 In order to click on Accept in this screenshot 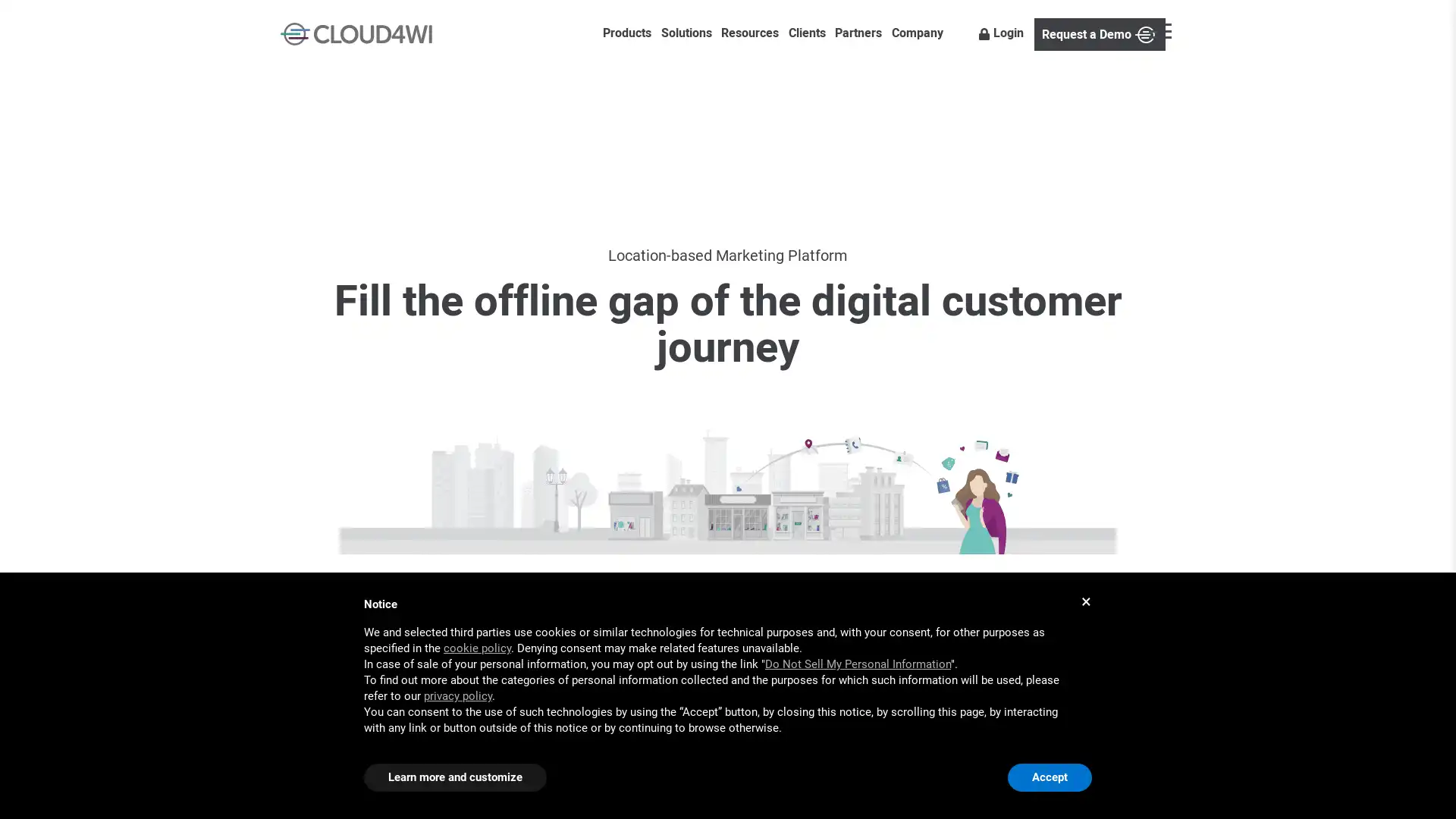, I will do `click(1049, 777)`.